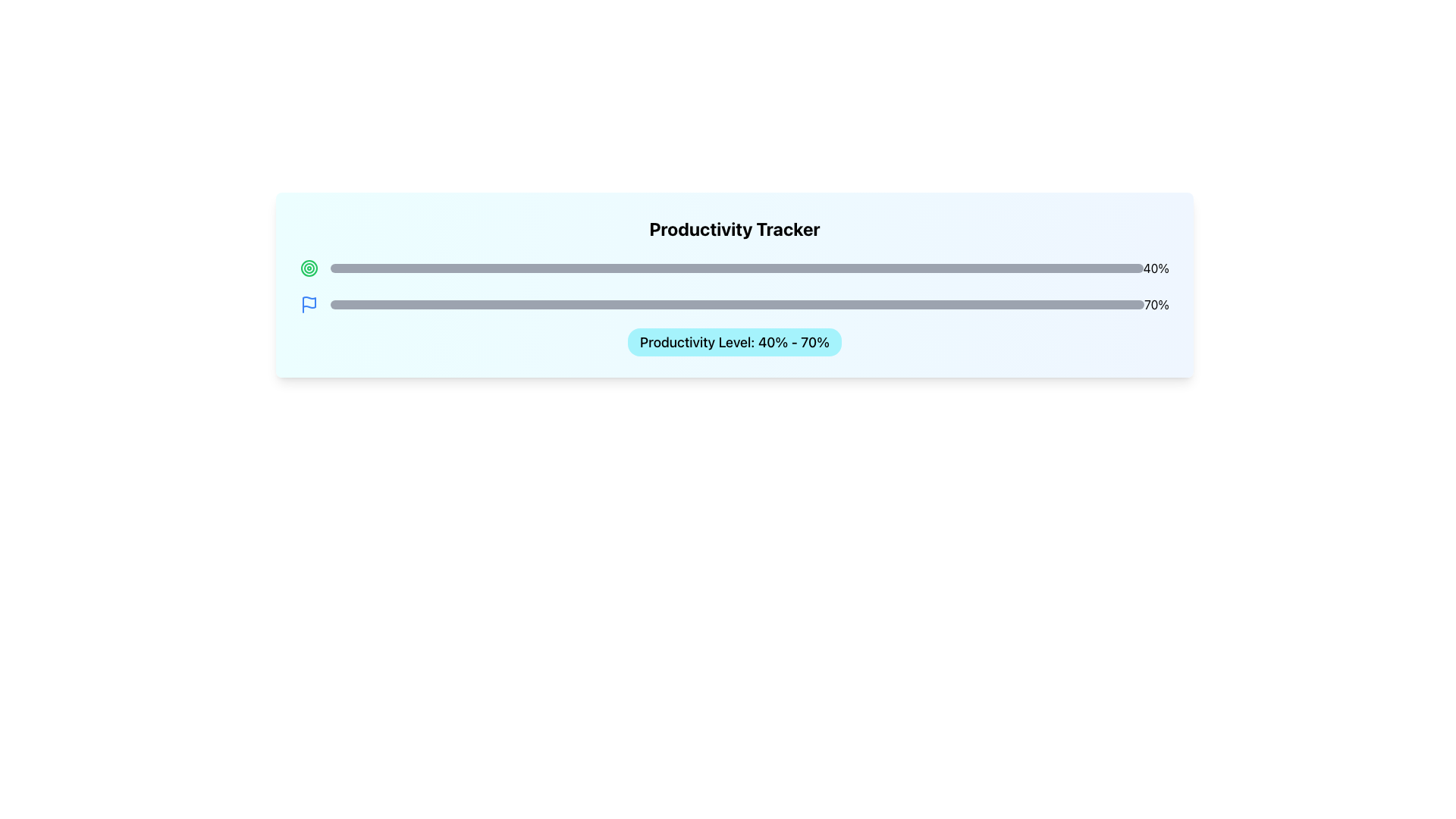 This screenshot has height=819, width=1456. I want to click on the progress value, so click(632, 304).